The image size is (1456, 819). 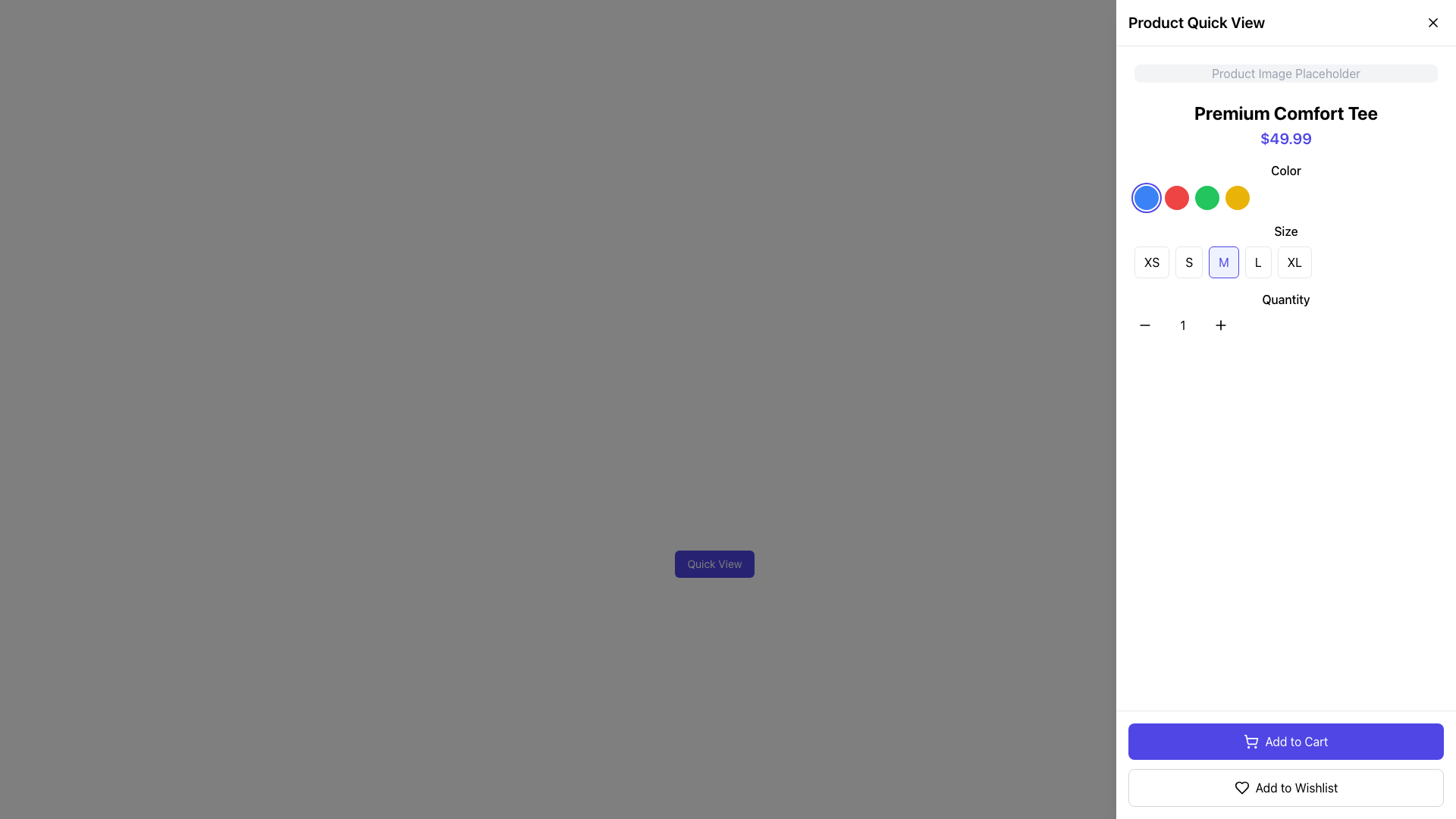 I want to click on the Text display element that shows the current quantity selected by the user, located between the minus and plus icons under the 'Quantity' label, so click(x=1182, y=324).